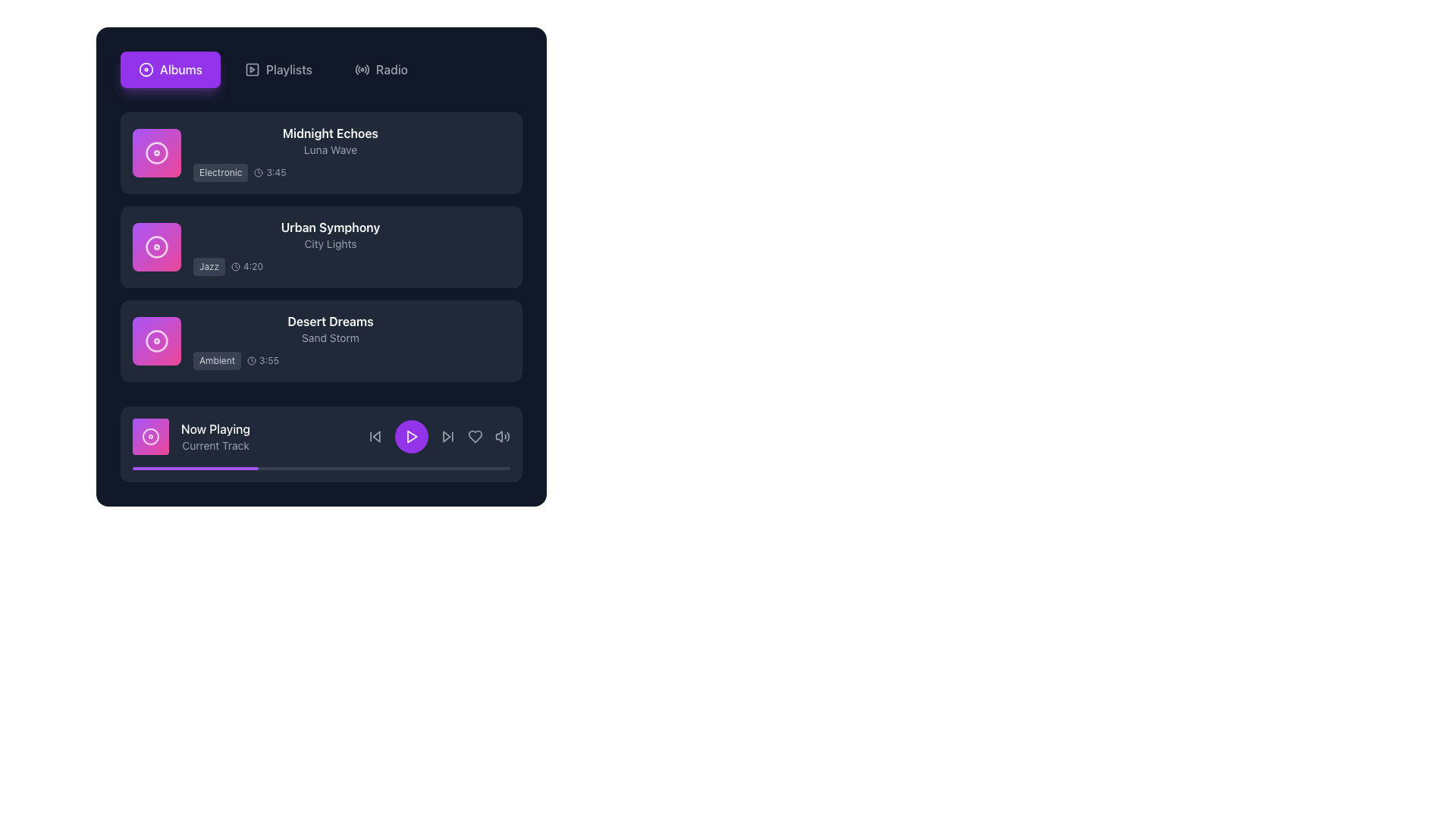  What do you see at coordinates (376, 436) in the screenshot?
I see `the left-pointing SVG arrow button located in the control bar at the bottom of the interface` at bounding box center [376, 436].